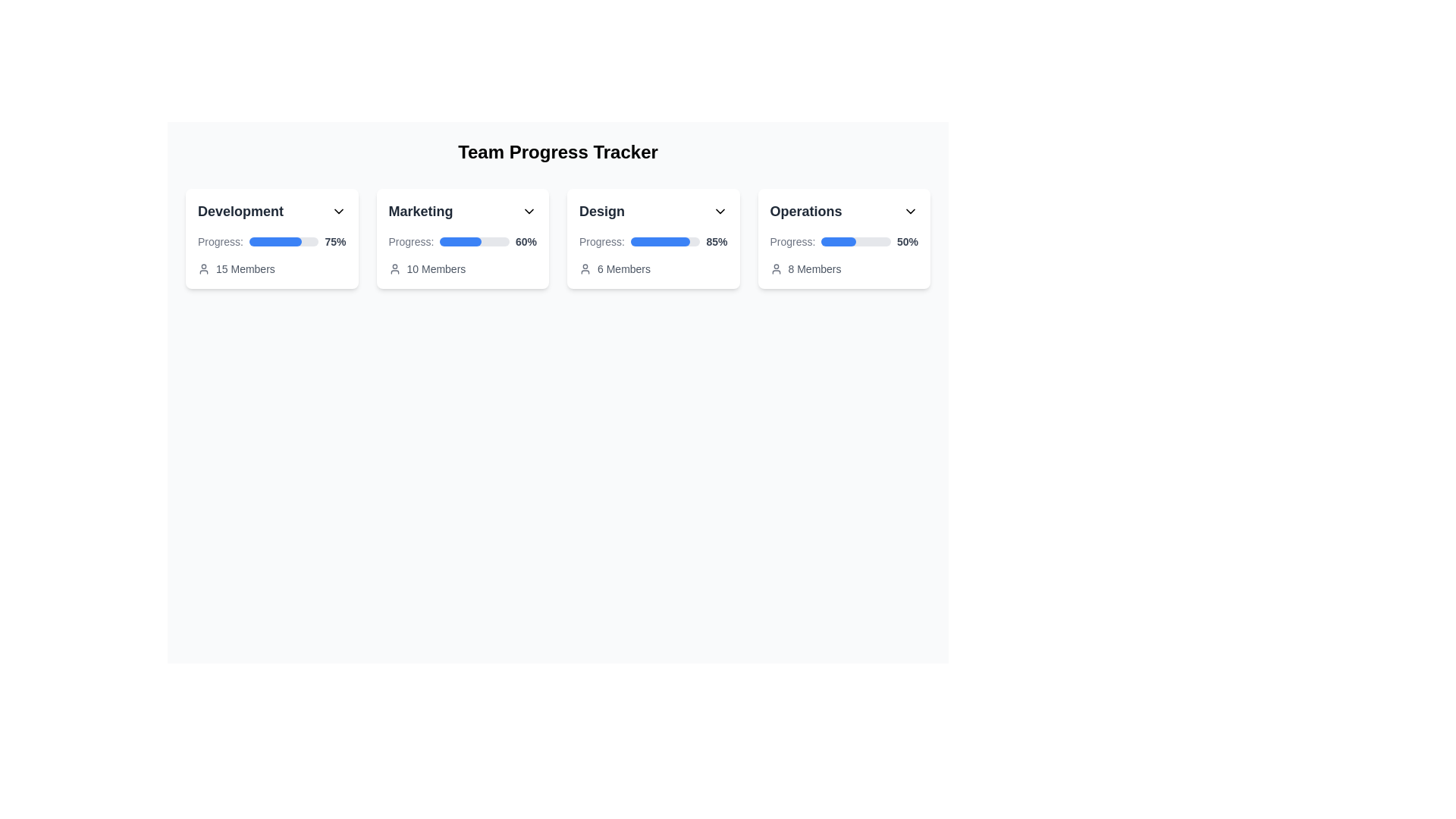 This screenshot has height=819, width=1456. Describe the element at coordinates (271, 268) in the screenshot. I see `the text label displaying '15 Members' with an accompanying user icon, located at the bottom of the 'Development' card in the 'Team Progress Tracker' interface` at that location.